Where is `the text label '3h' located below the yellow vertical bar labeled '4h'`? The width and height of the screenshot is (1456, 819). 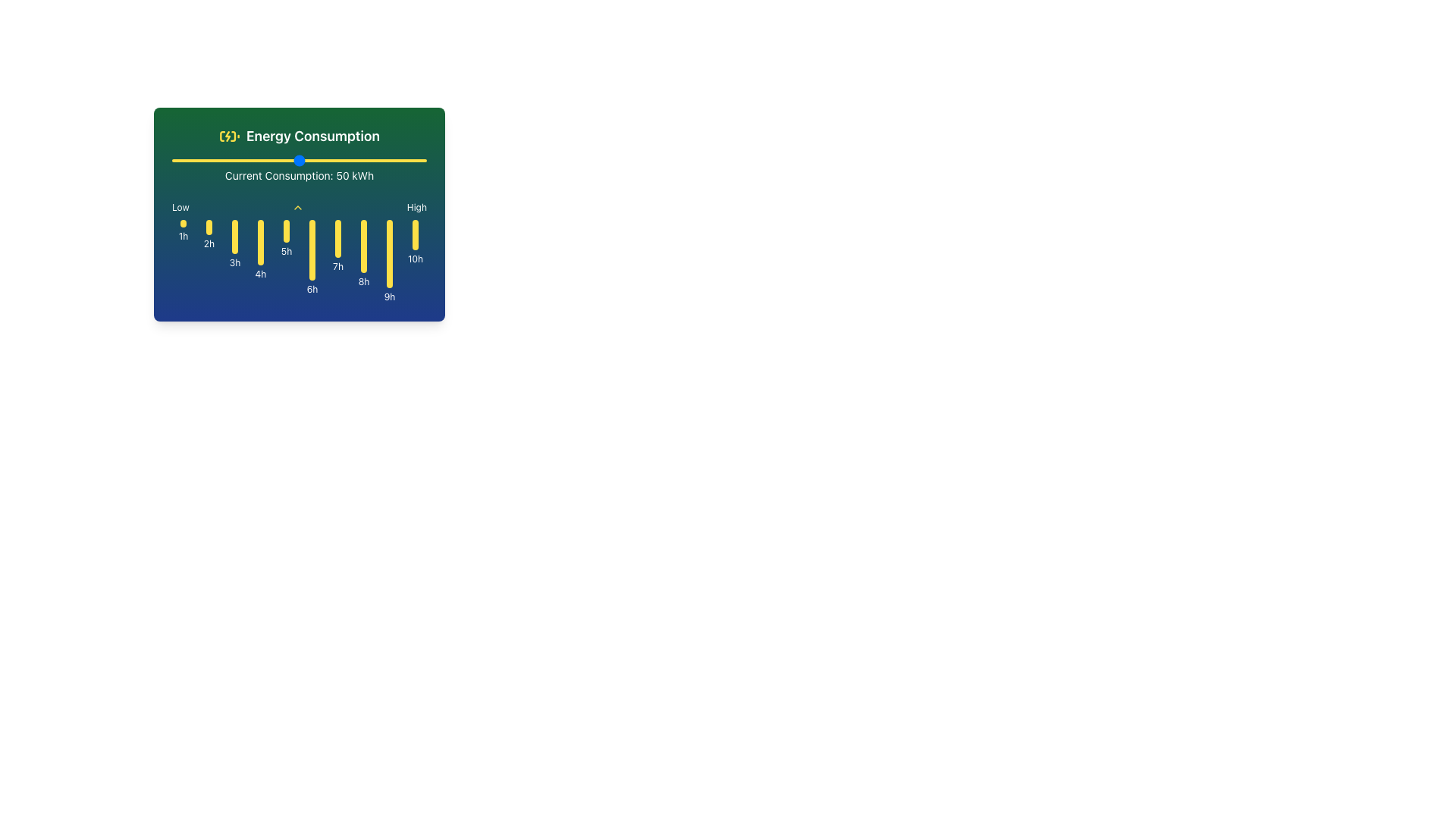
the text label '3h' located below the yellow vertical bar labeled '4h' is located at coordinates (234, 262).